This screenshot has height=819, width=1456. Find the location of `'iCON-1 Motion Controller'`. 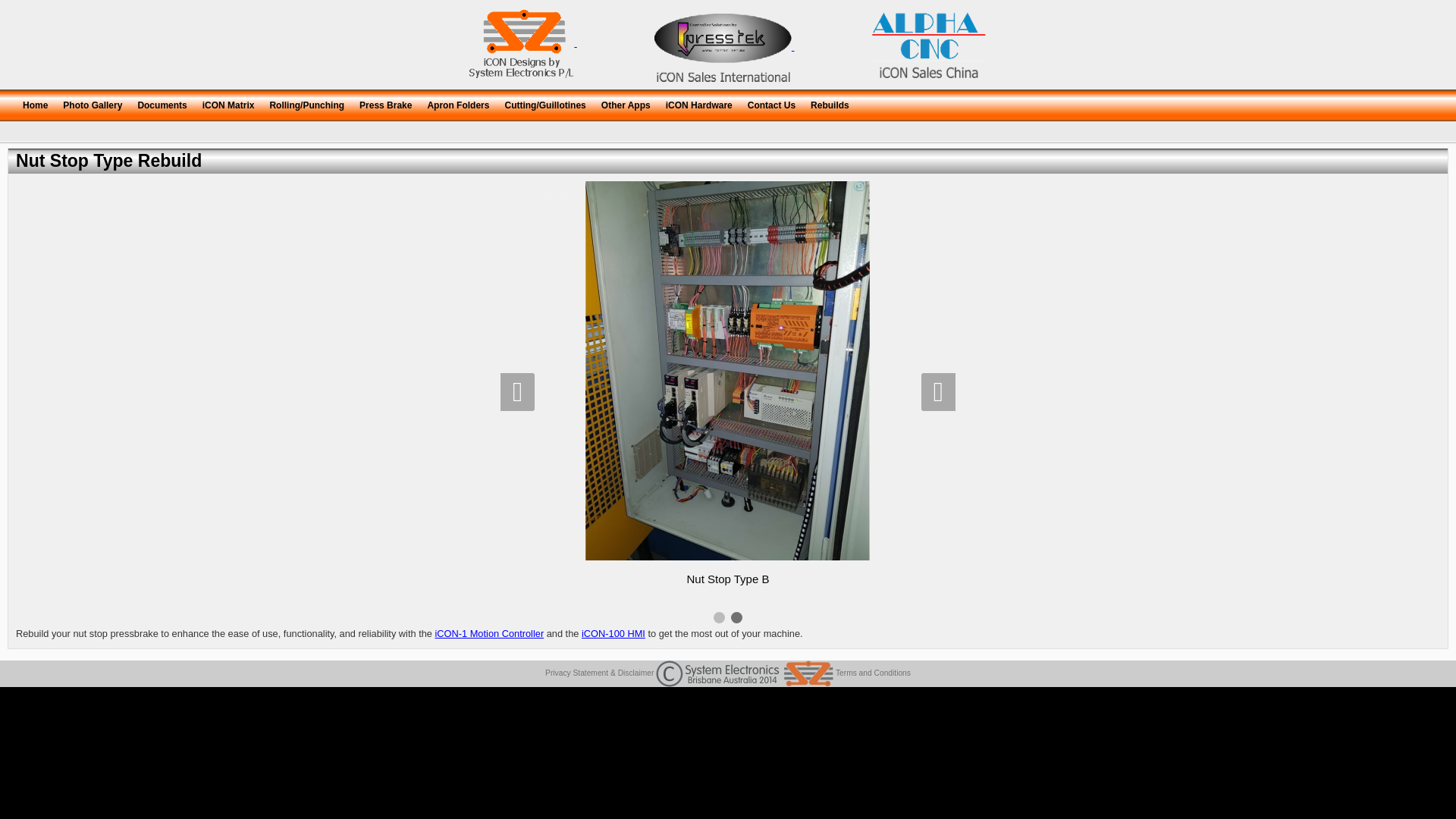

'iCON-1 Motion Controller' is located at coordinates (490, 633).